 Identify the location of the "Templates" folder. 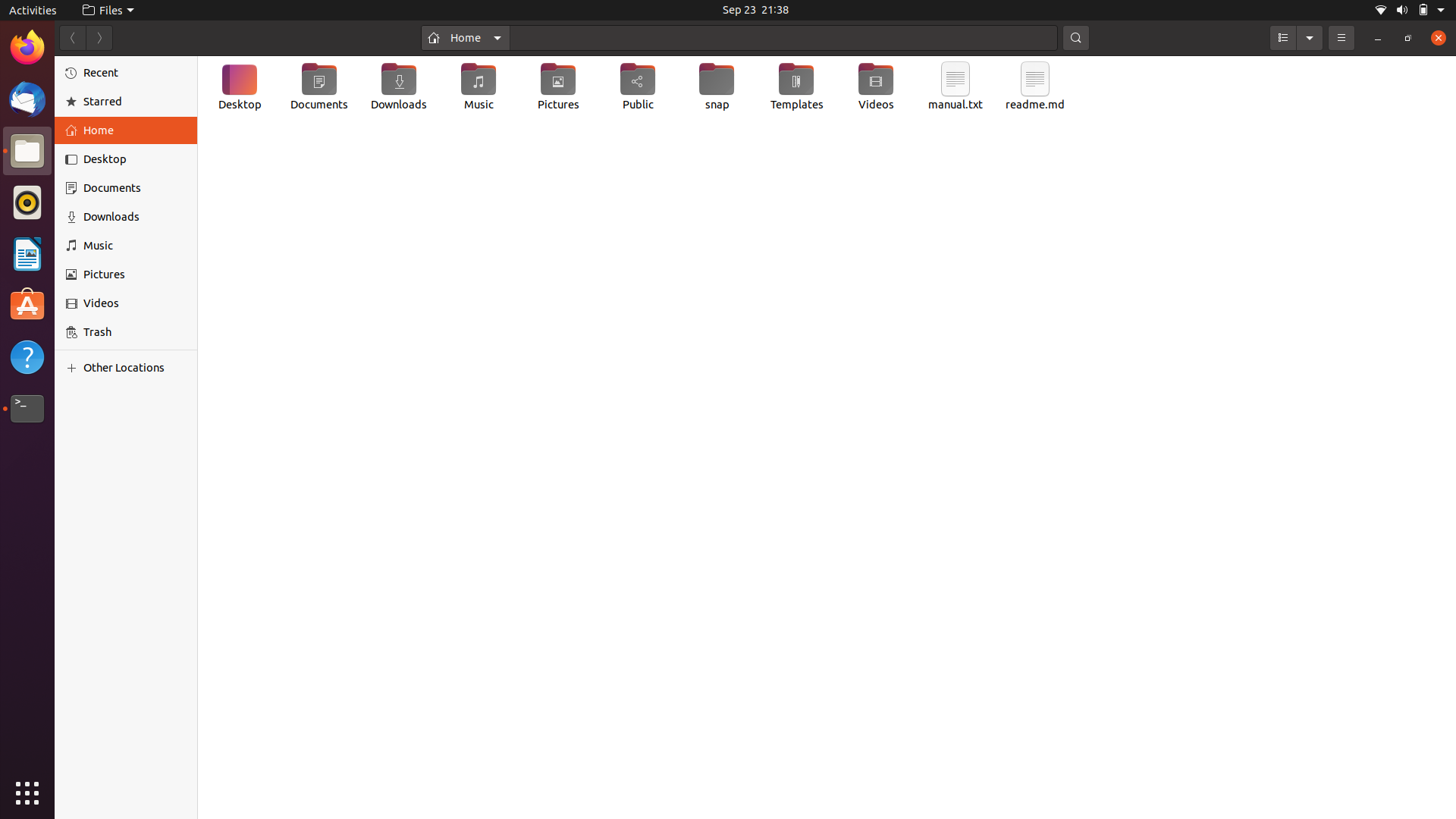
(795, 88).